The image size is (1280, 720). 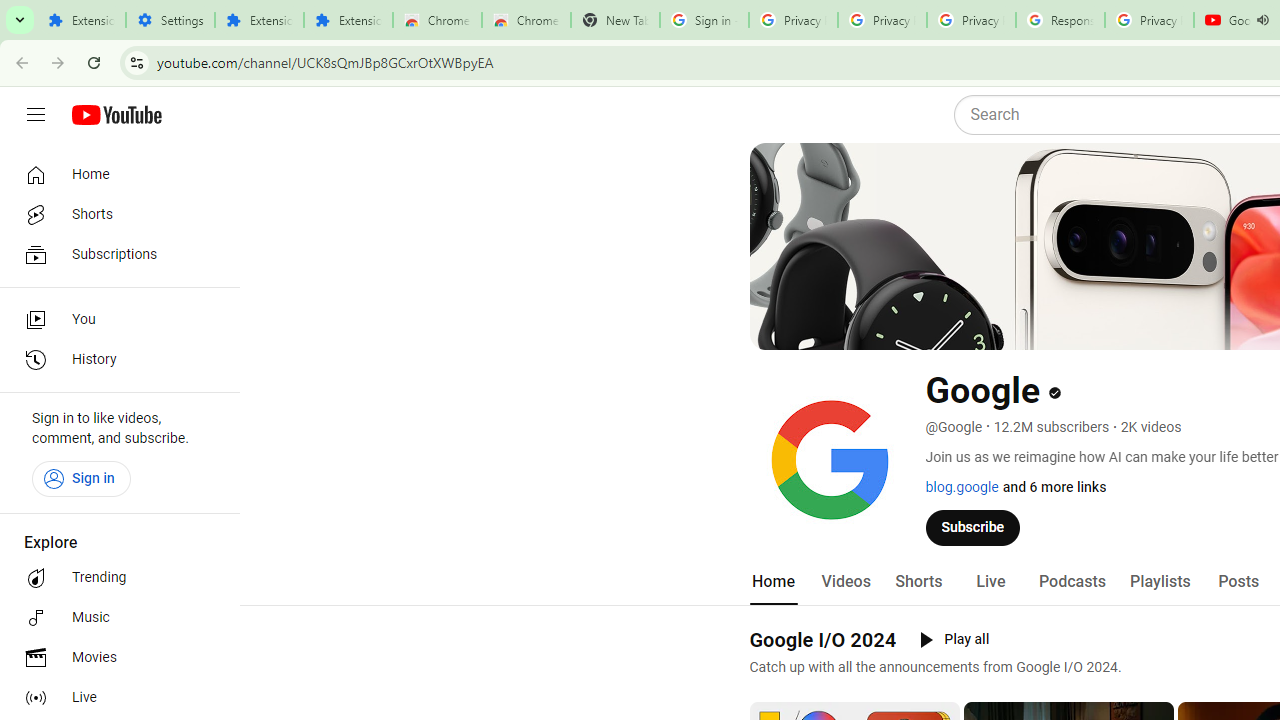 What do you see at coordinates (845, 581) in the screenshot?
I see `'Videos'` at bounding box center [845, 581].